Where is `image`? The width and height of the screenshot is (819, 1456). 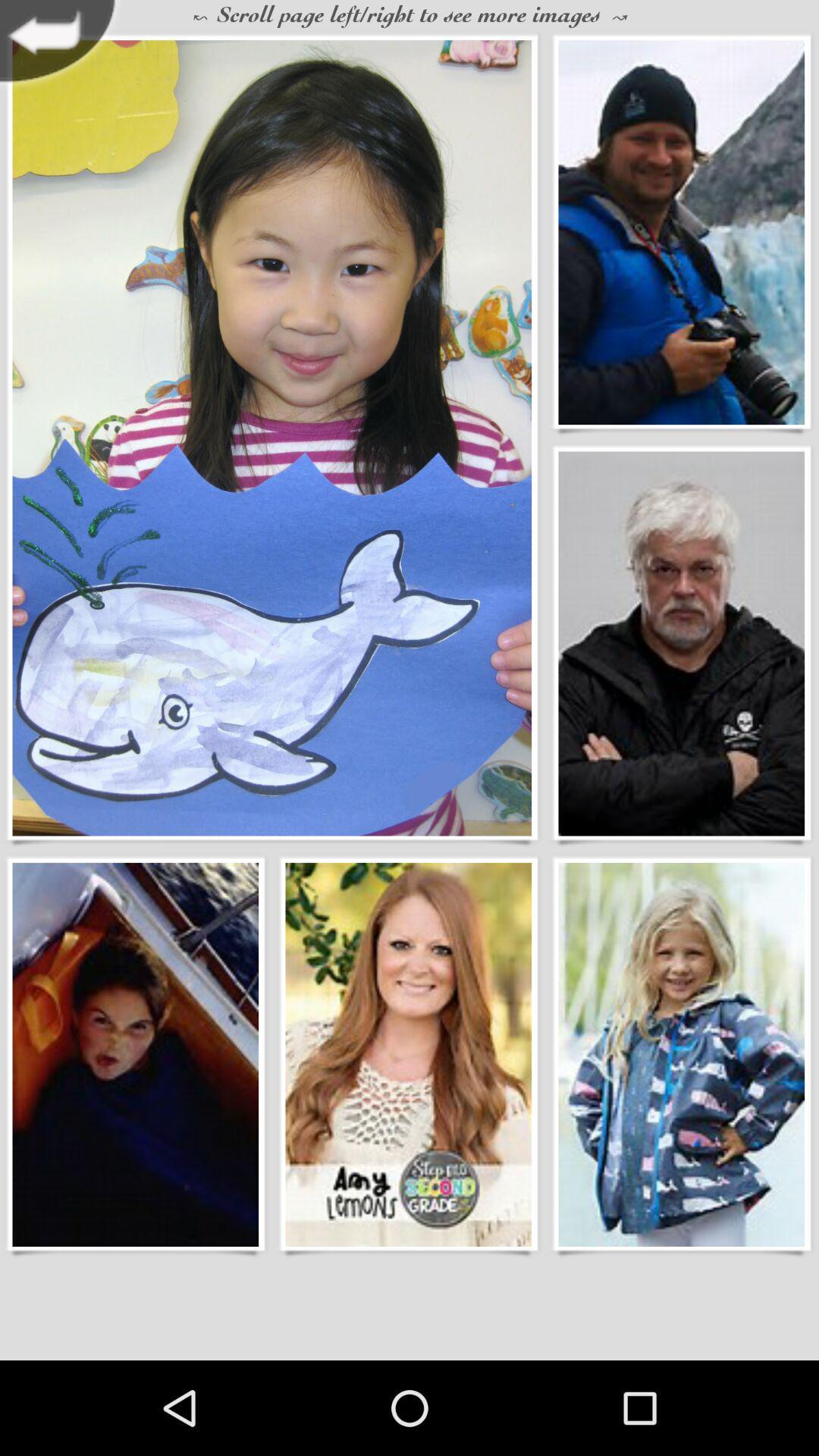 image is located at coordinates (407, 1053).